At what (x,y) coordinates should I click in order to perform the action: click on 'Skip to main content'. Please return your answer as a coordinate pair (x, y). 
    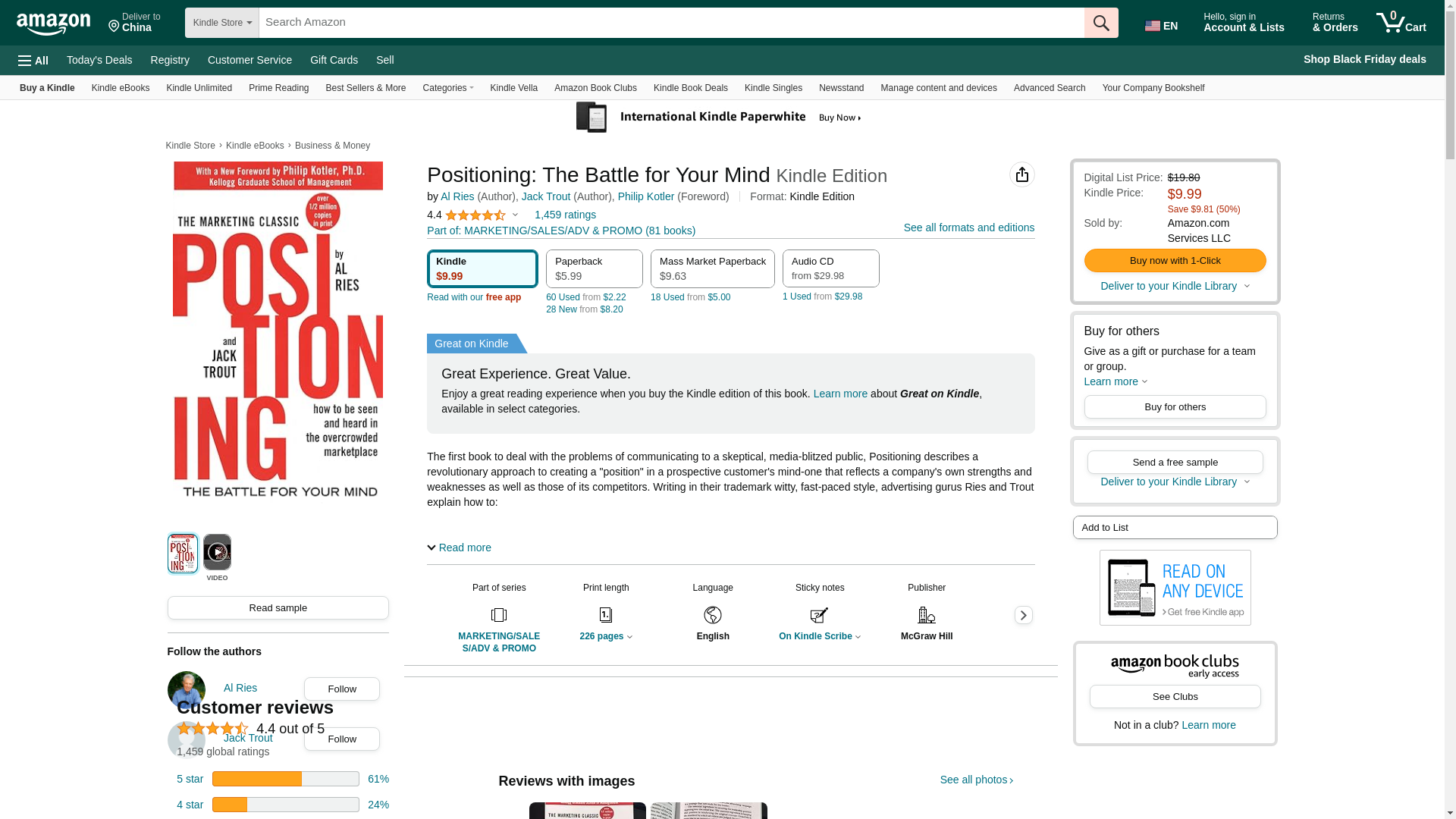
    Looking at the image, I should click on (60, 20).